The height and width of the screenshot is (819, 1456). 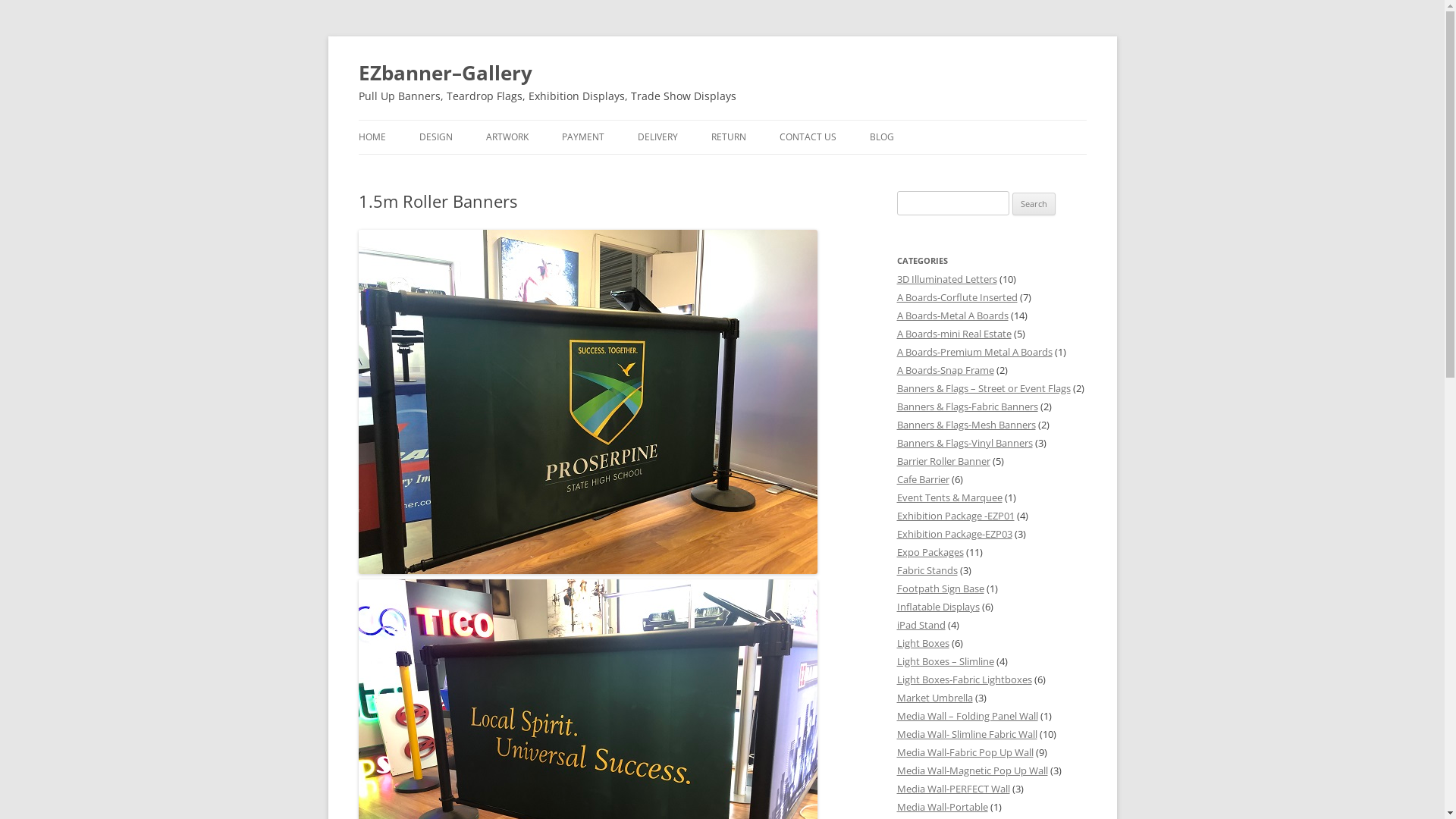 I want to click on 'A Boards-mini Real Estate', so click(x=896, y=332).